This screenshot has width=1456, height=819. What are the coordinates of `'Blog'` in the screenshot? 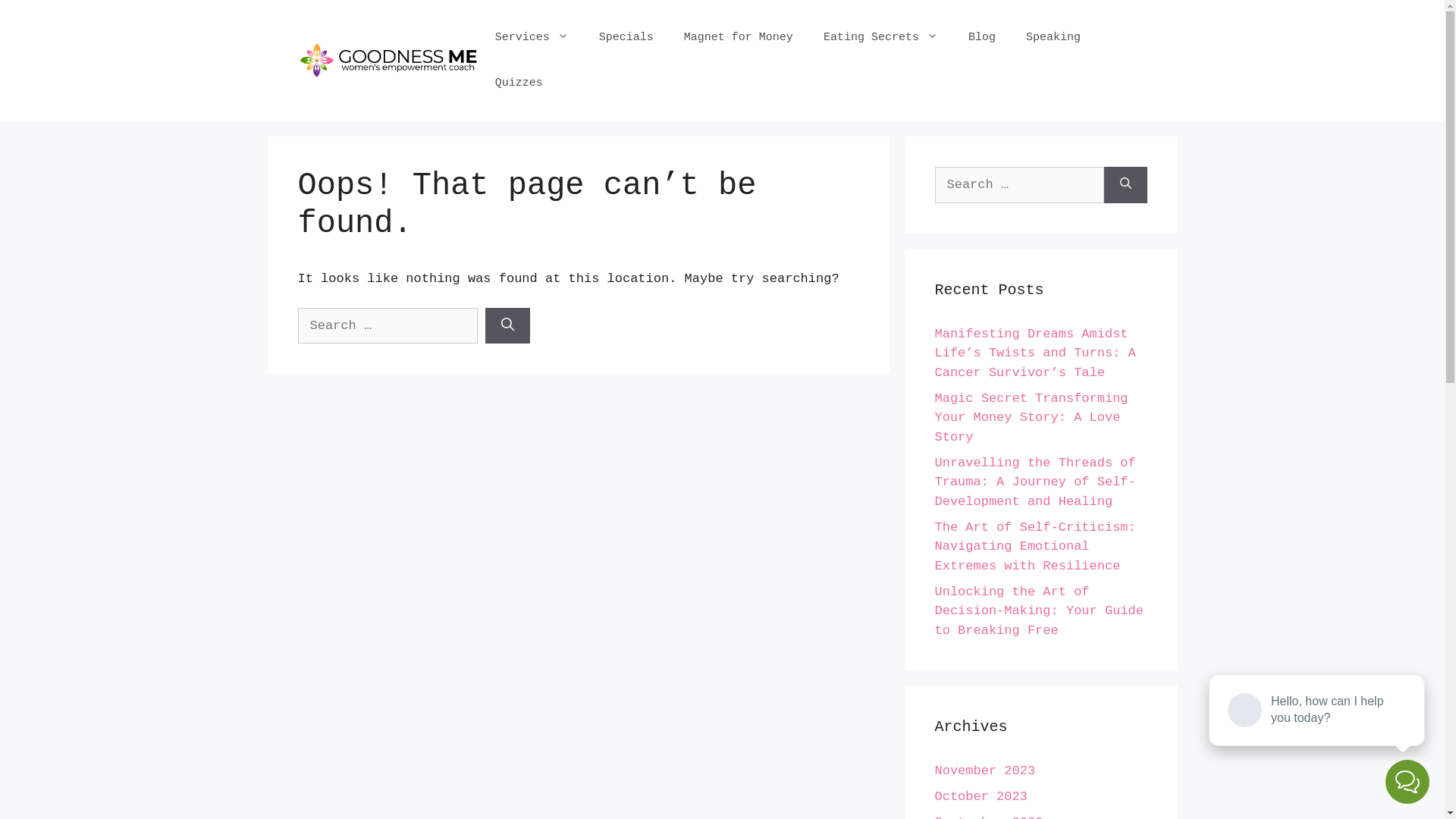 It's located at (982, 37).